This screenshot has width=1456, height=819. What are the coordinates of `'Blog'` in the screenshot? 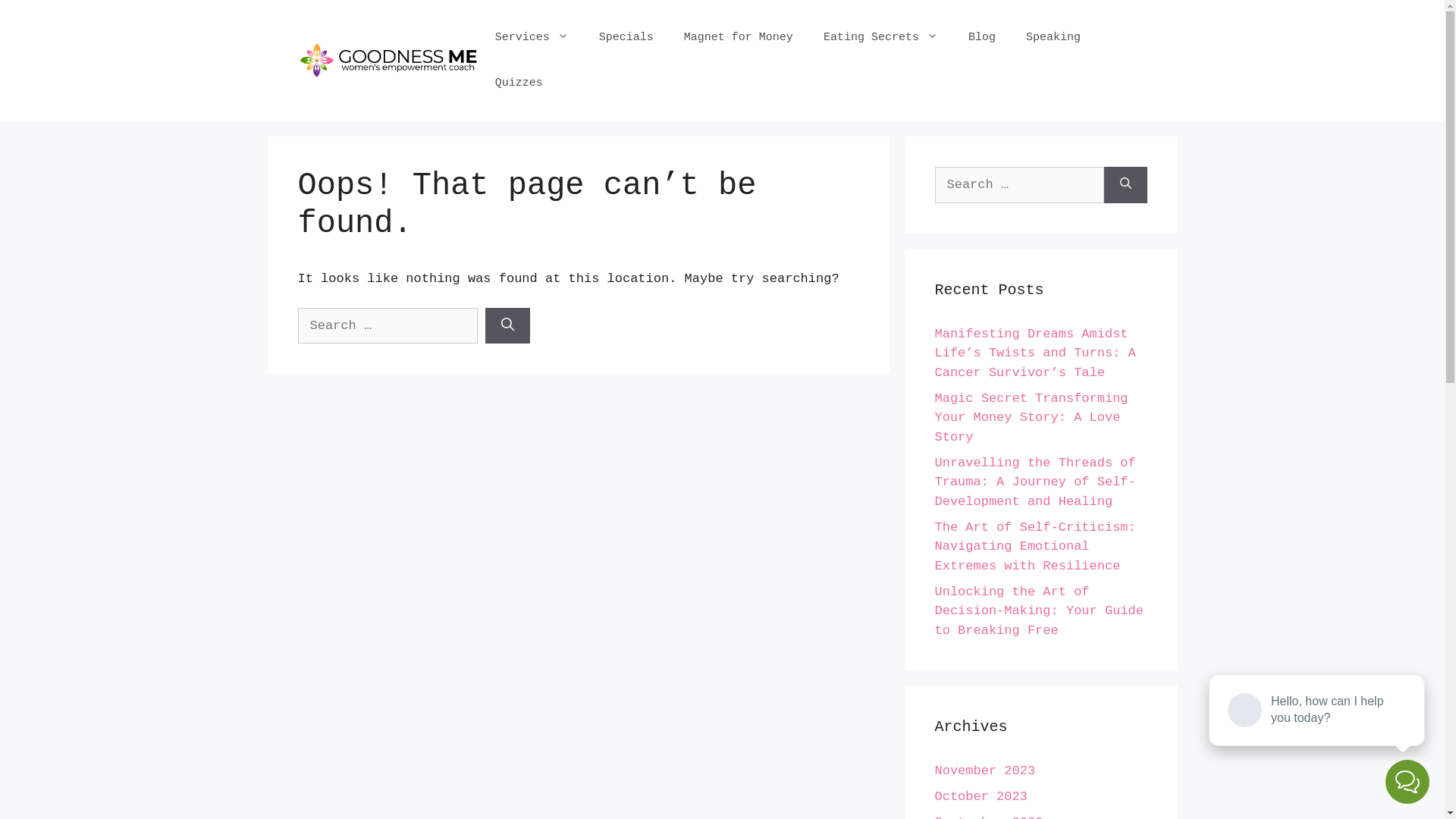 It's located at (982, 37).